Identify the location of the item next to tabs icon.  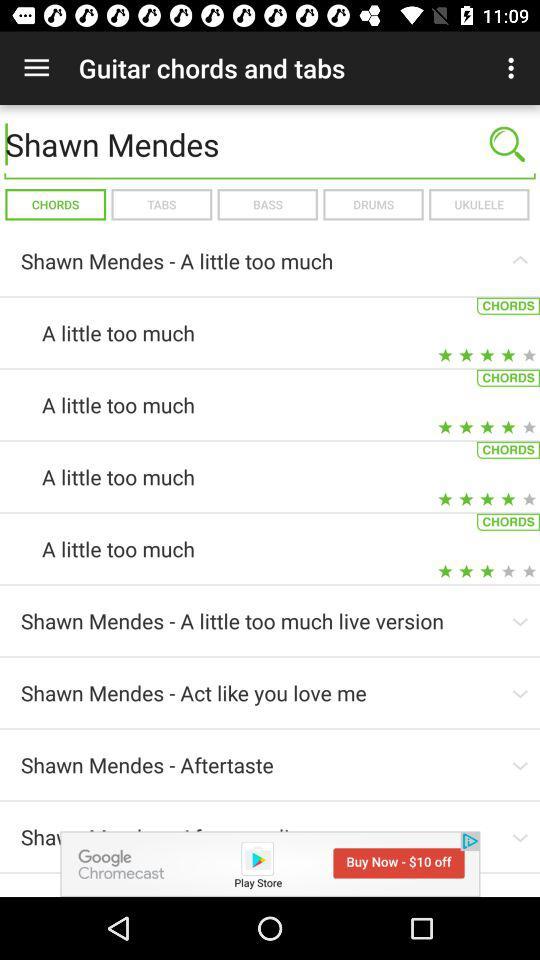
(267, 204).